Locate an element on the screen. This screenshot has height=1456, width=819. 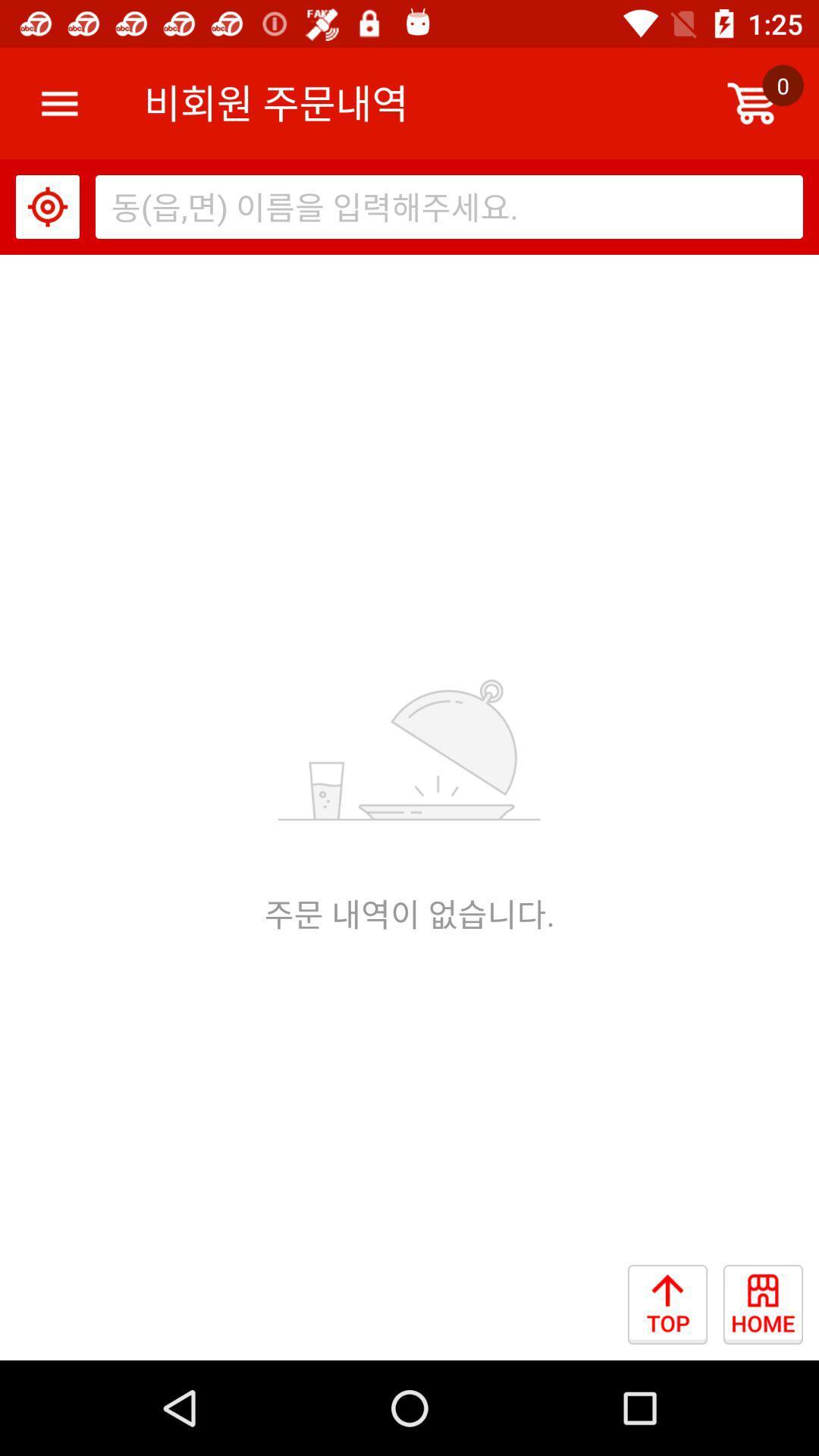
the location_crosshair icon is located at coordinates (46, 206).